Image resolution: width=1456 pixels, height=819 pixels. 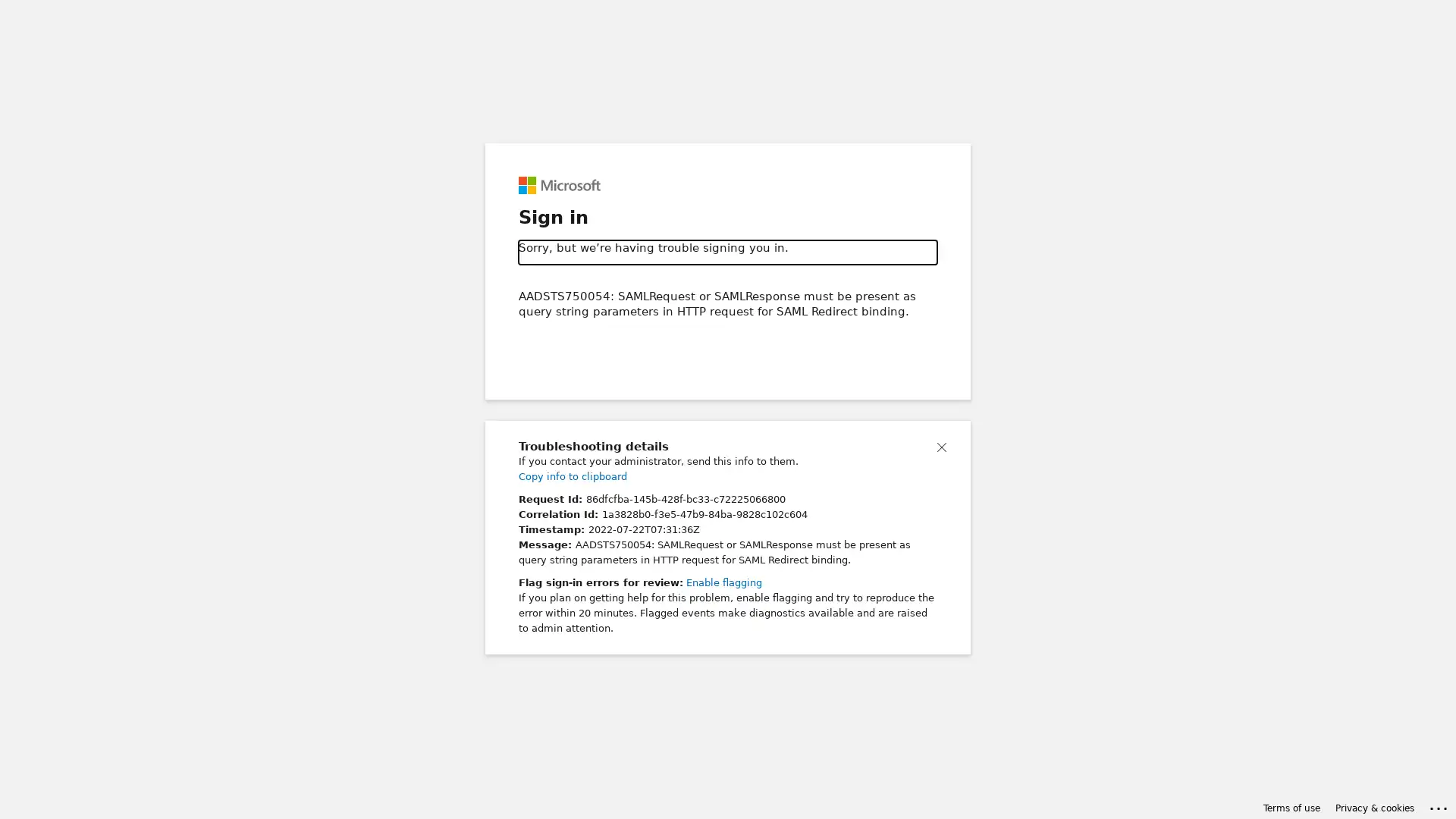 What do you see at coordinates (572, 475) in the screenshot?
I see `Copy info to clipboard` at bounding box center [572, 475].